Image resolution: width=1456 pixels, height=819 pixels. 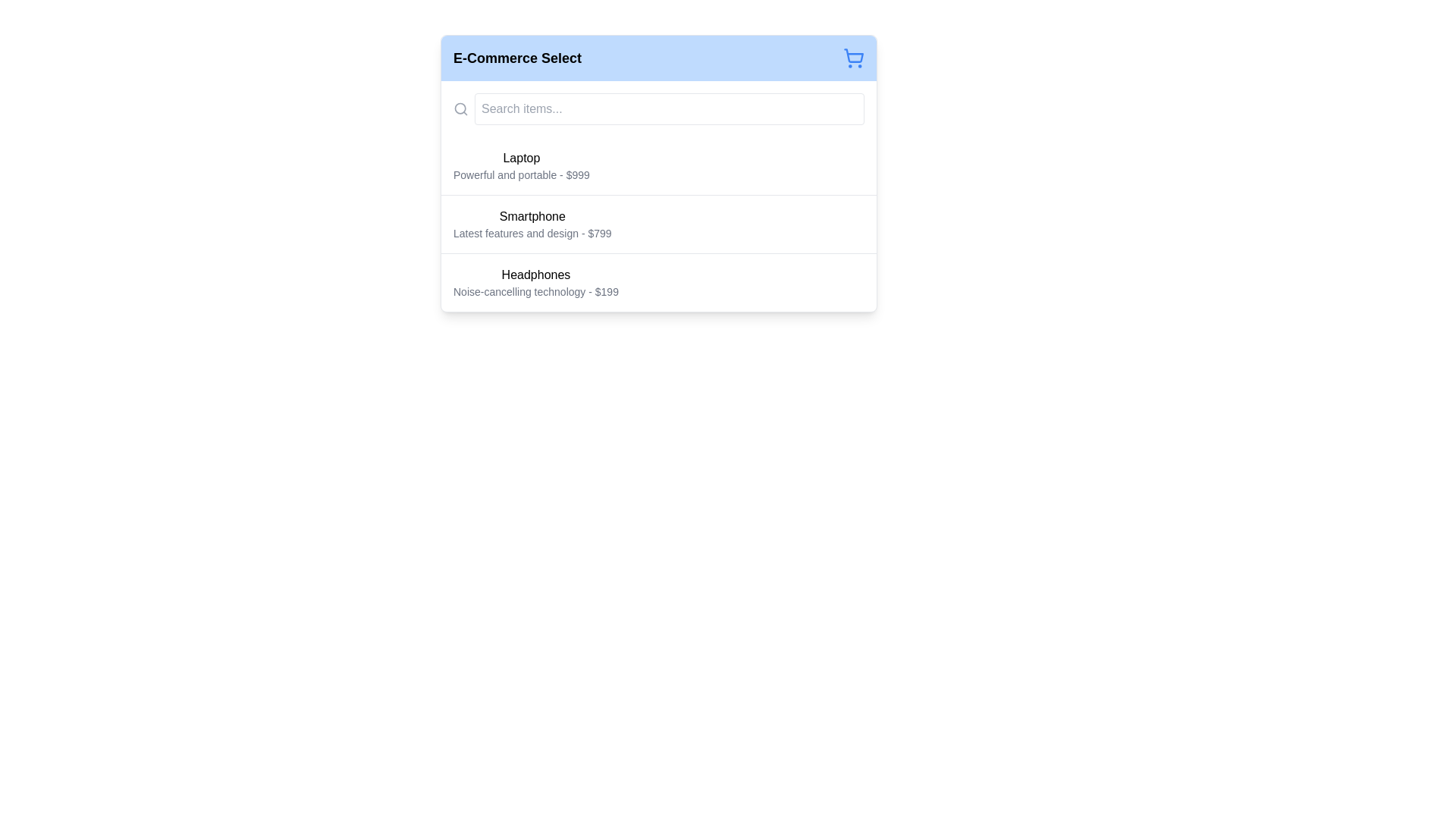 What do you see at coordinates (535, 283) in the screenshot?
I see `the text label displaying 'Headphones' with the price of '$199', which is the third item in the E-Commerce Select list` at bounding box center [535, 283].